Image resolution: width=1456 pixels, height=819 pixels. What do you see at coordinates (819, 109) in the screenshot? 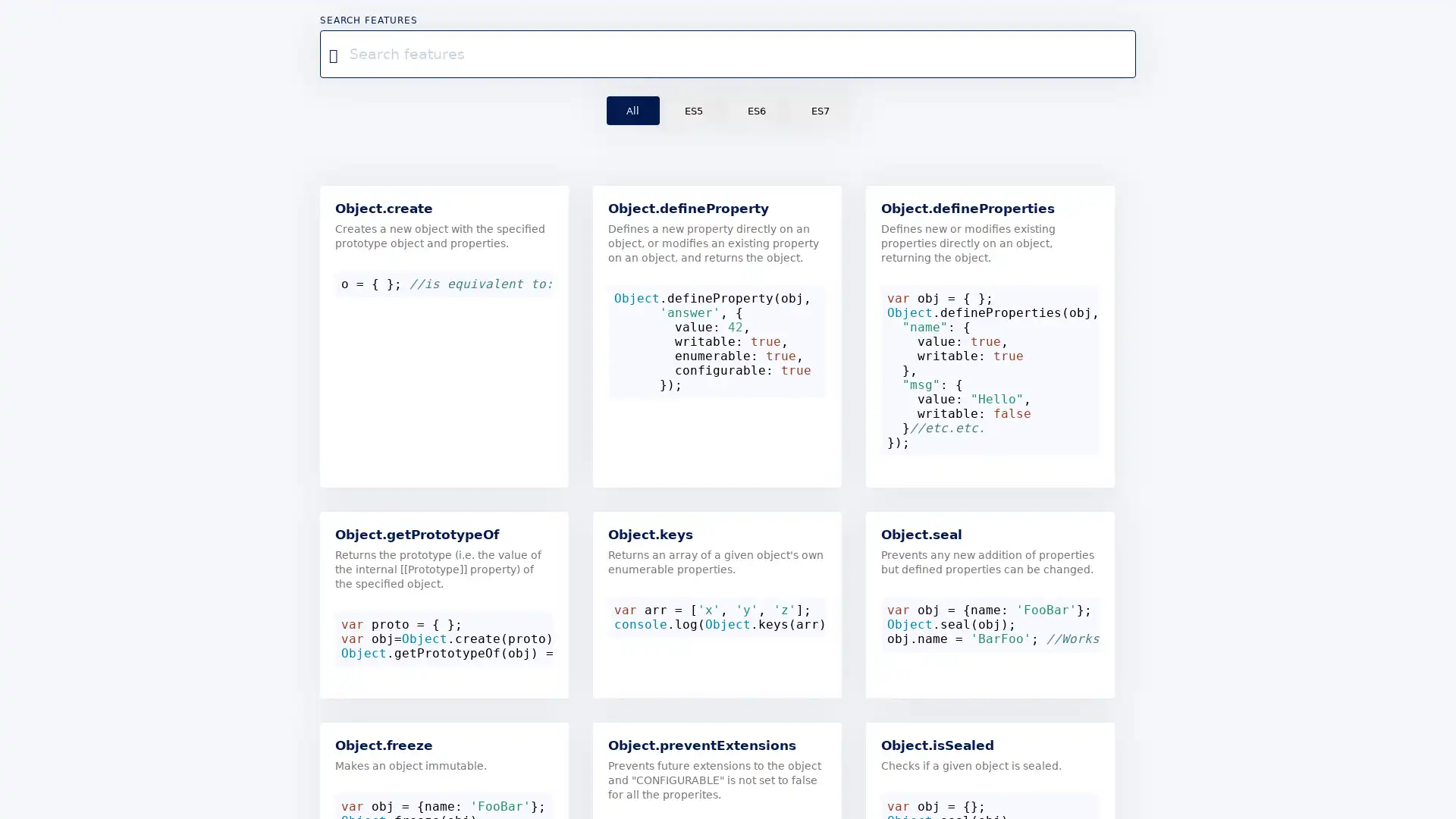
I see `ES7` at bounding box center [819, 109].